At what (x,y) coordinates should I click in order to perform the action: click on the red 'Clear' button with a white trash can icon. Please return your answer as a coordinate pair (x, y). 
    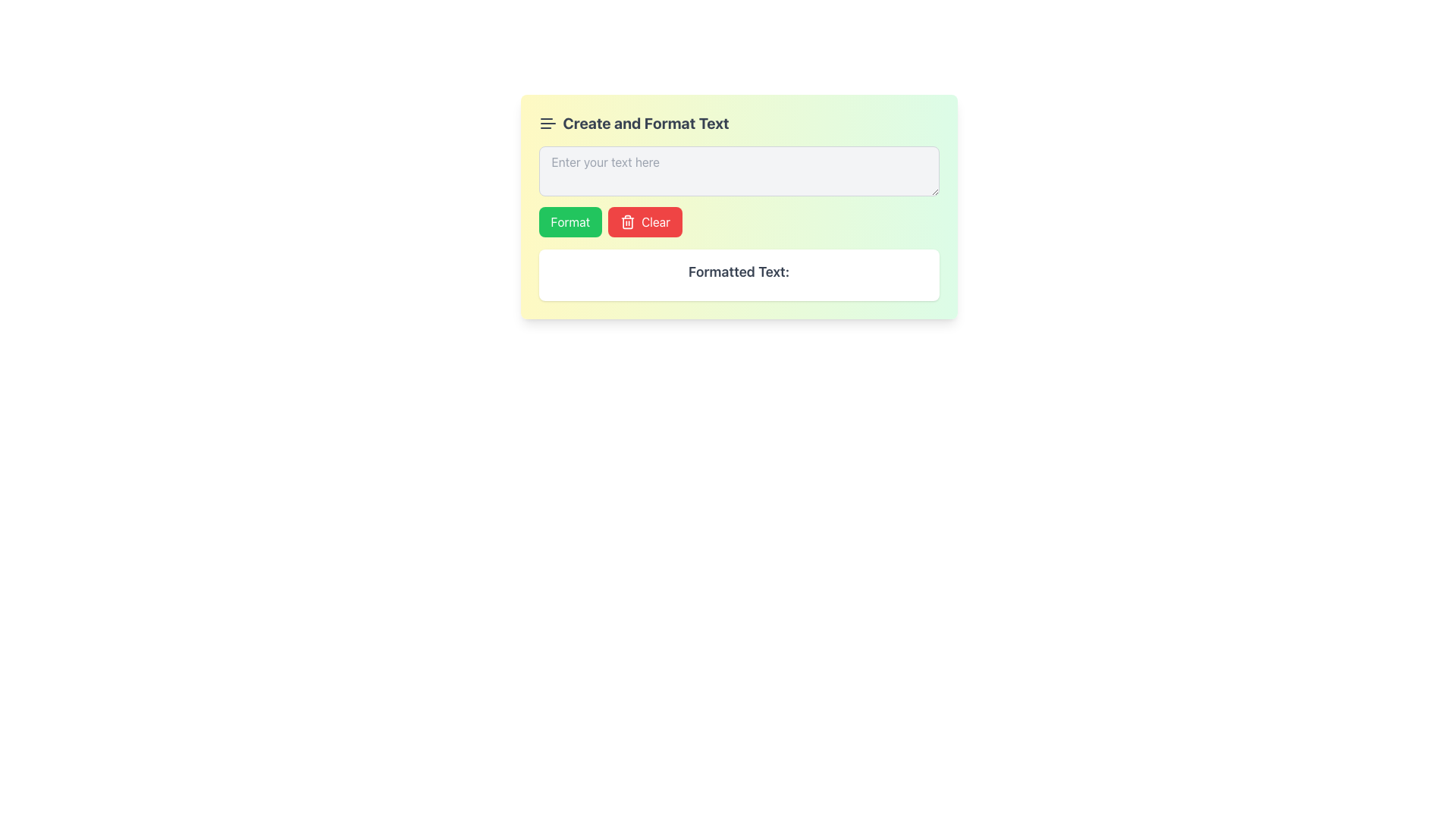
    Looking at the image, I should click on (645, 222).